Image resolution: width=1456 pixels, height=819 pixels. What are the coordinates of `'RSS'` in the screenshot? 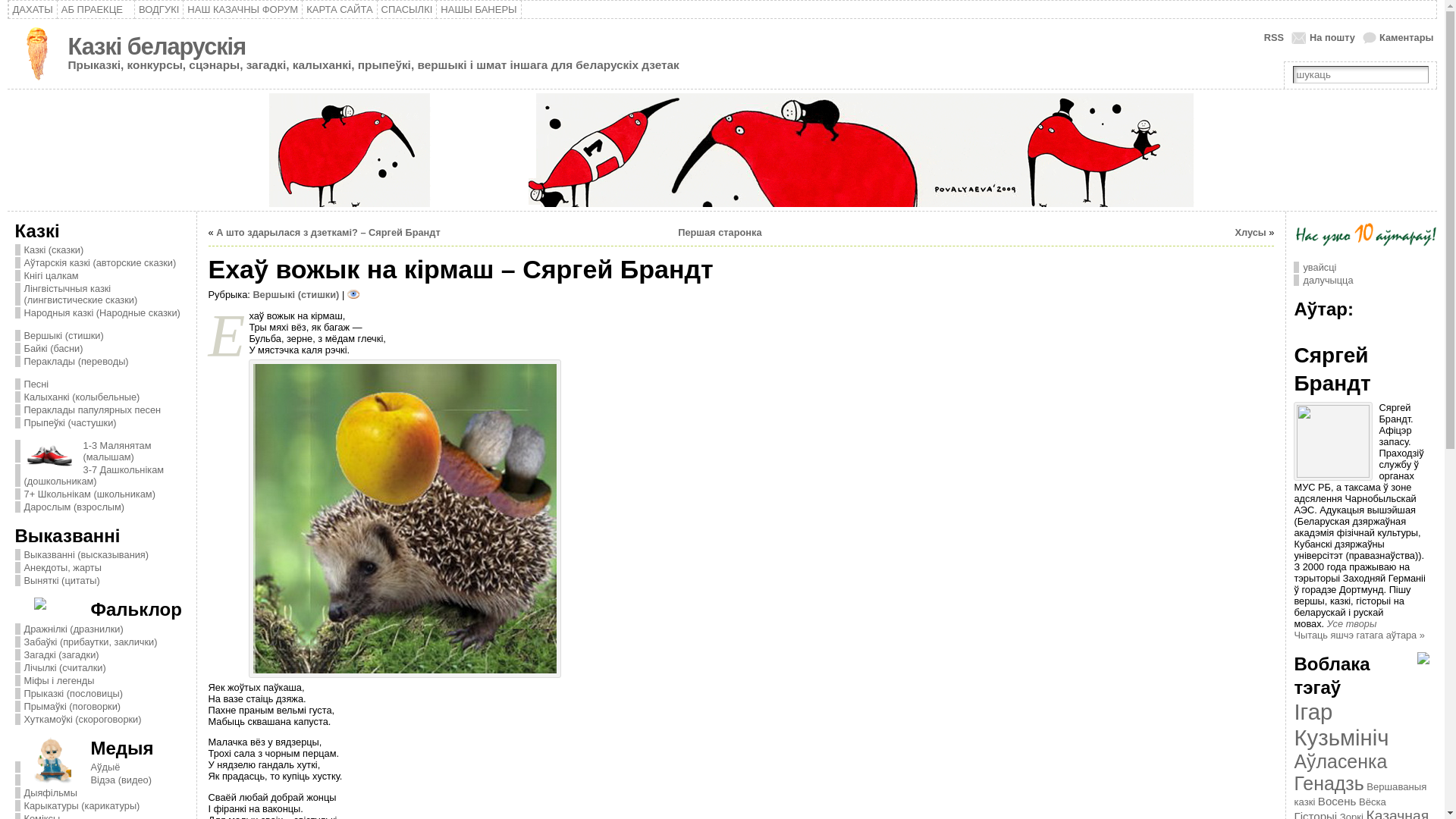 It's located at (1266, 37).